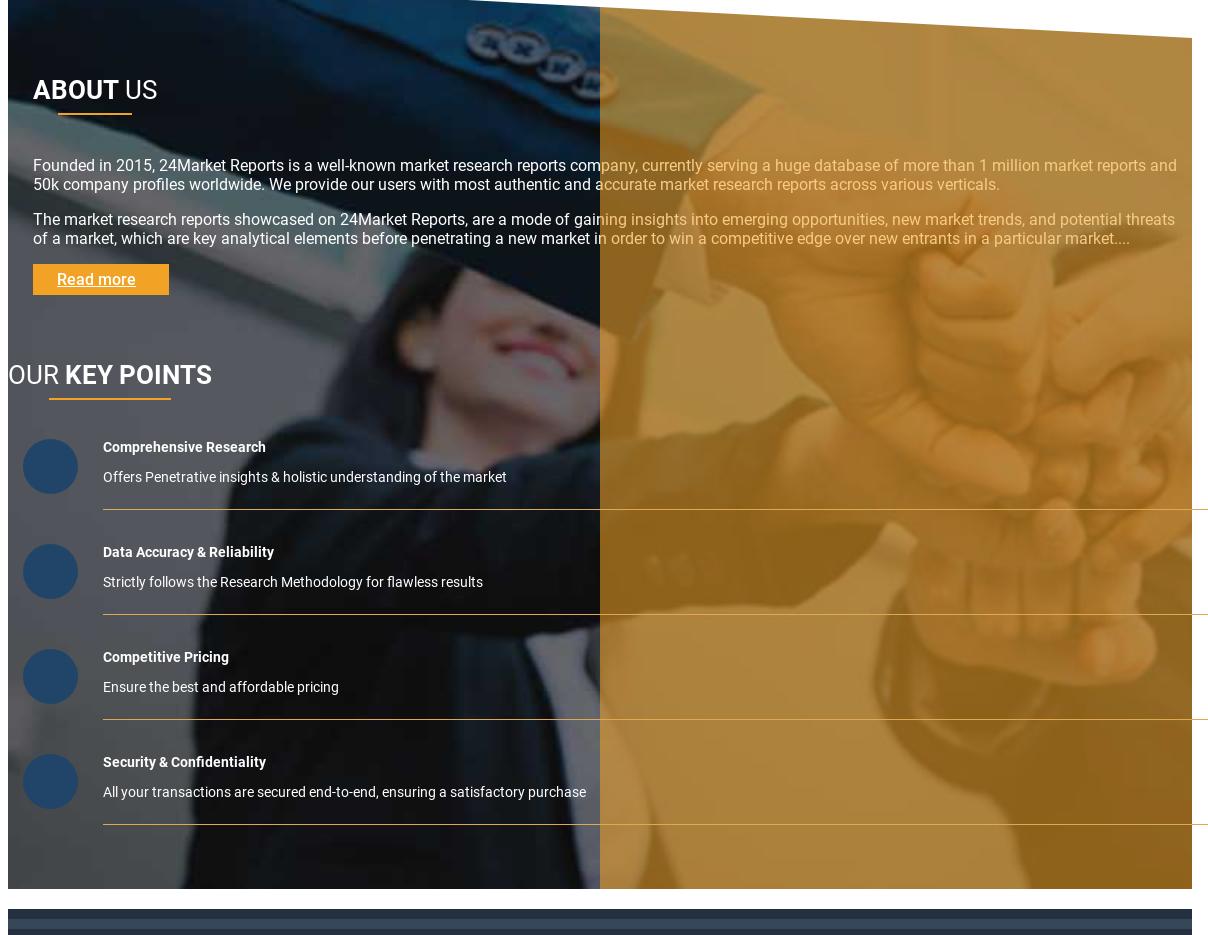 Image resolution: width=1208 pixels, height=935 pixels. I want to click on 'Data Accuracy & Reliability', so click(188, 551).